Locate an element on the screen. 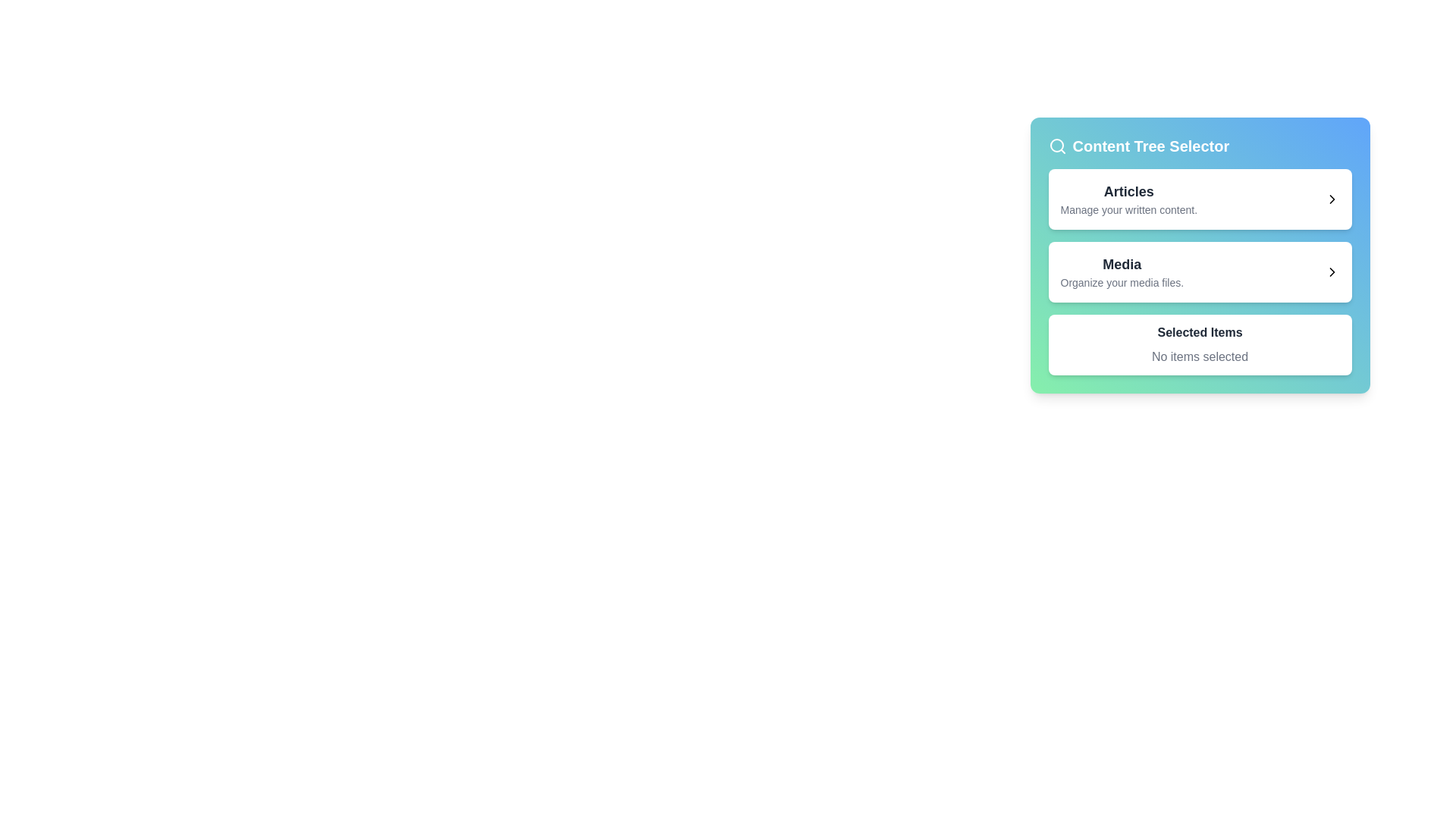  the bolded text caption 'Articles' which is the primary heading in the 'Content Tree Selector' panel is located at coordinates (1128, 191).